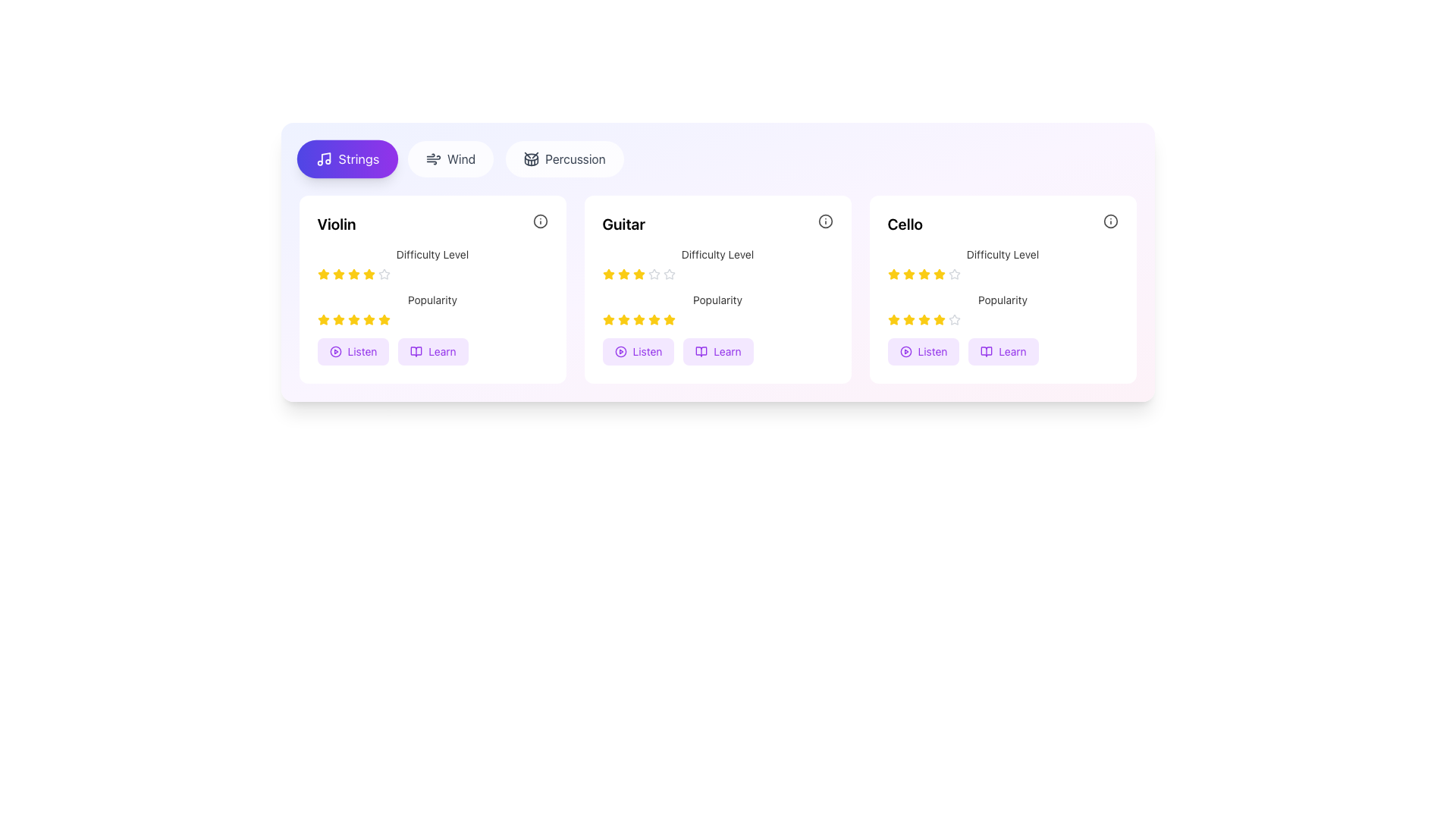 This screenshot has width=1456, height=819. I want to click on the fourth star in the horizontal row of five stars representing the rating mechanism under the 'Difficulty Level' section for 'Guitar' in the second card of the interface, so click(654, 275).